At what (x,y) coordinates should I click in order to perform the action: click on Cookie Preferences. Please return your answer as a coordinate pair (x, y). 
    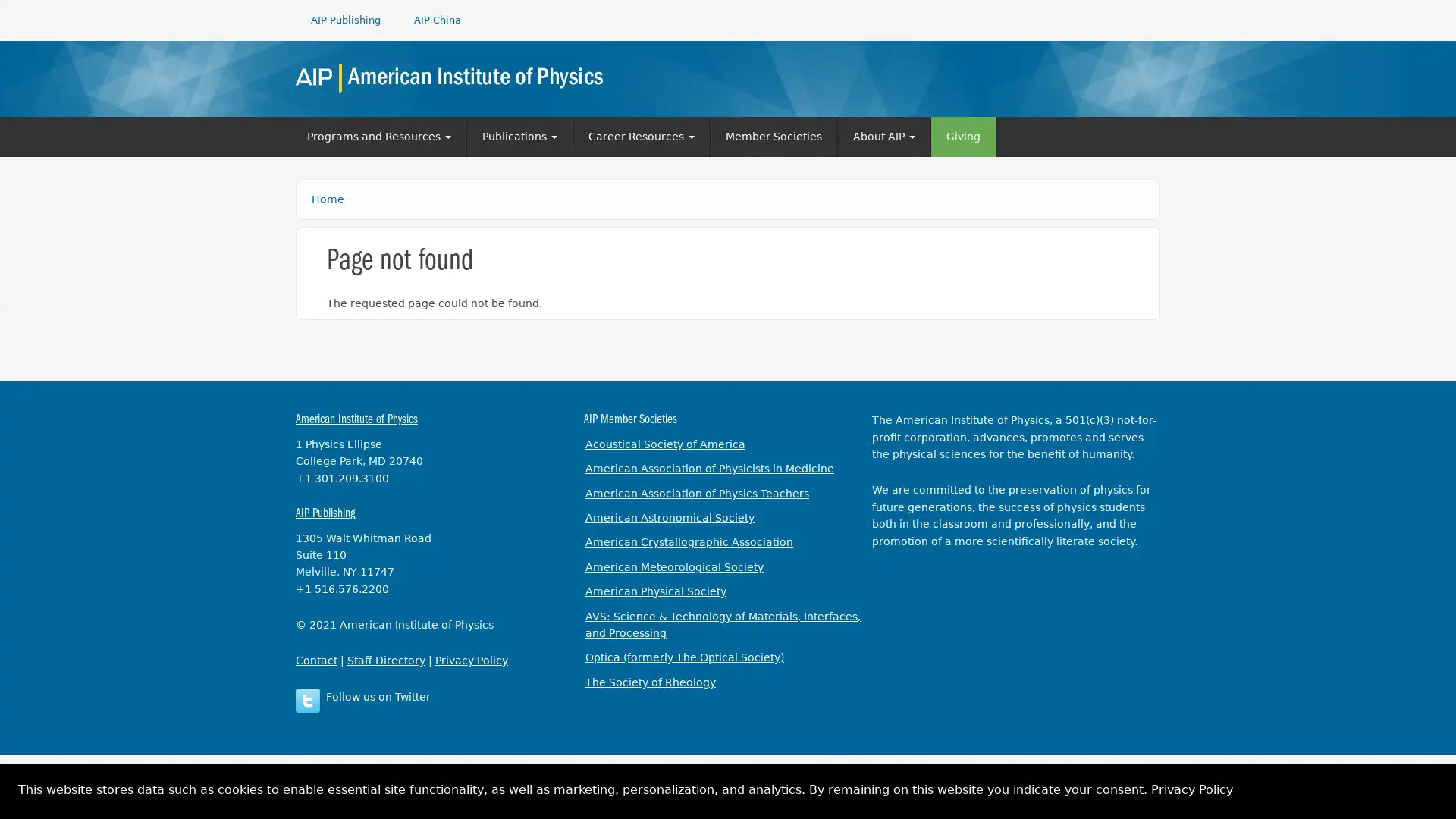
    Looking at the image, I should click on (1430, 794).